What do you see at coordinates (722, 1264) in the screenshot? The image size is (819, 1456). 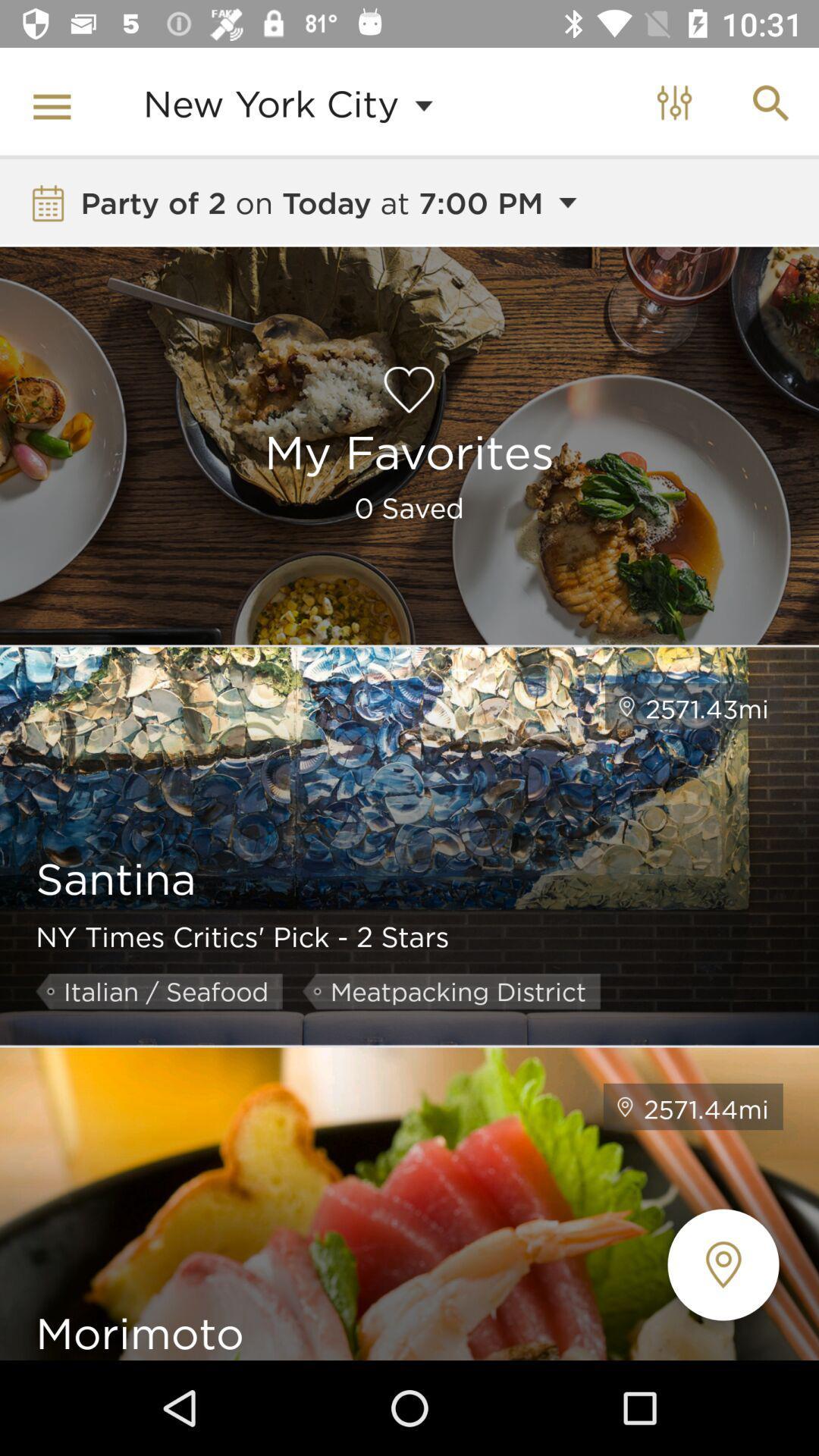 I see `the location icon` at bounding box center [722, 1264].